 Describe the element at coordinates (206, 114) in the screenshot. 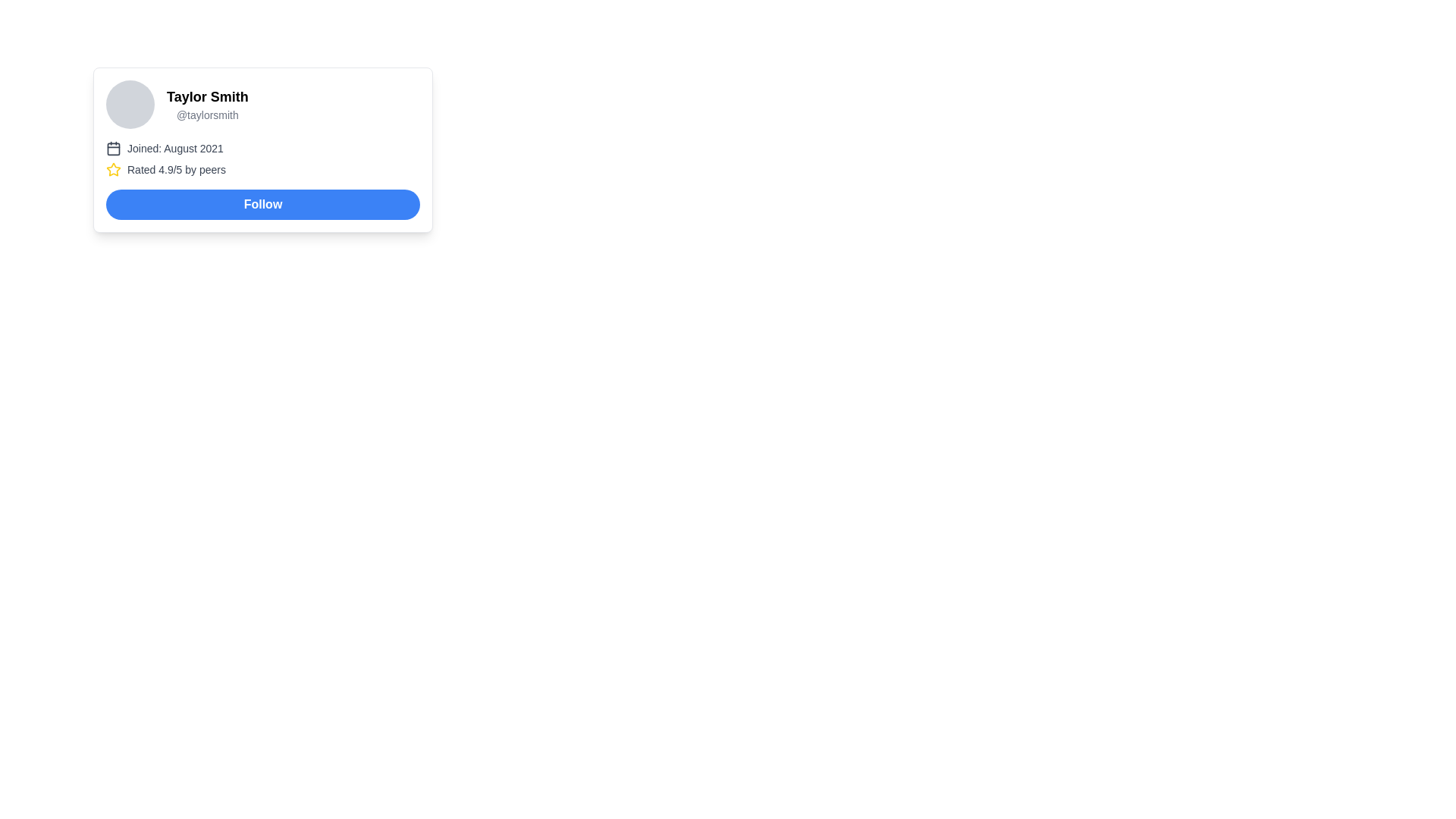

I see `the text label displaying the username or handle associated with the user profile, which is positioned directly below the 'Taylor Smith' text` at that location.